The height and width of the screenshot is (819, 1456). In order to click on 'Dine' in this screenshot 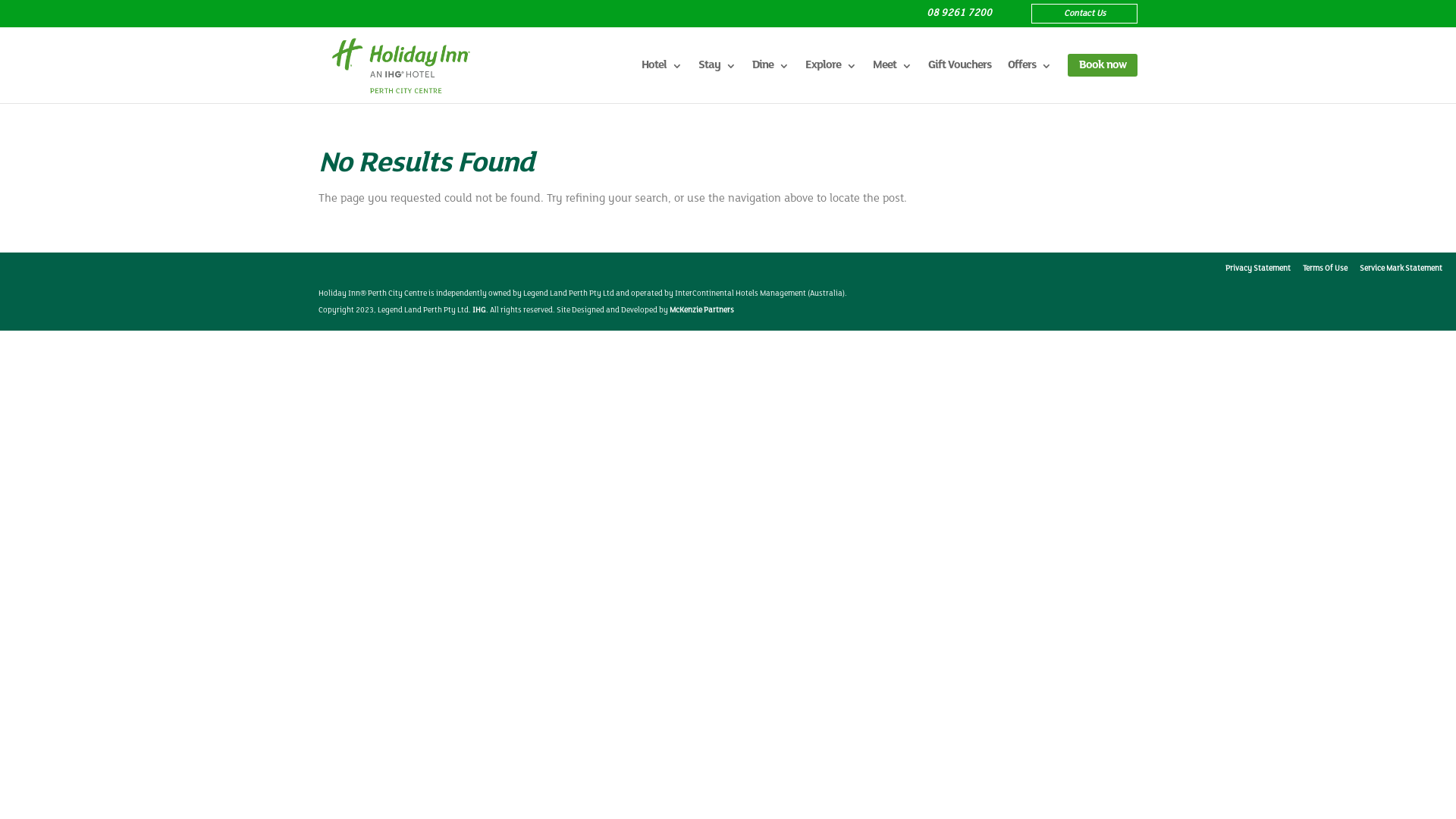, I will do `click(770, 76)`.